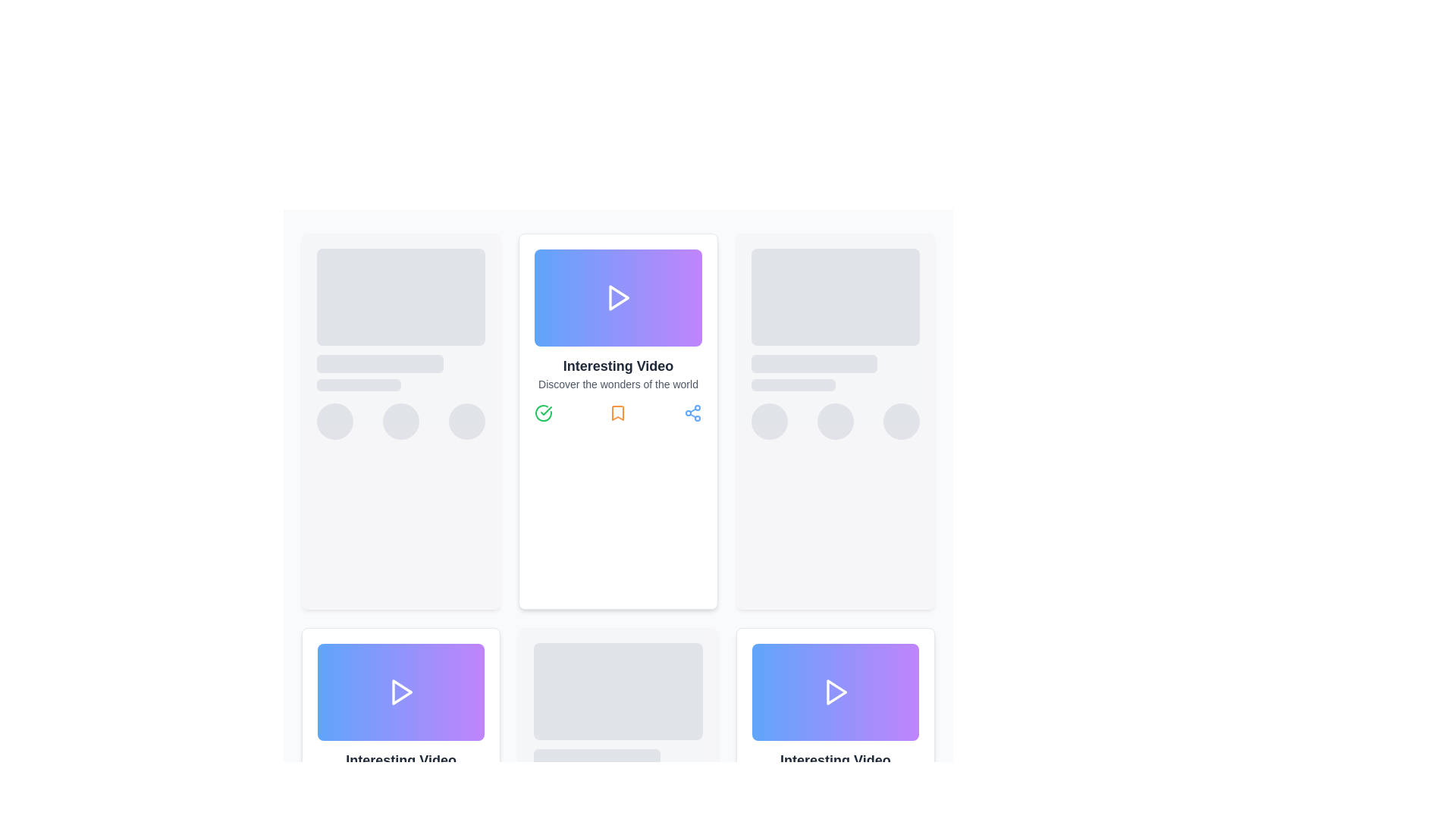 The width and height of the screenshot is (1456, 819). Describe the element at coordinates (401, 760) in the screenshot. I see `the heading text label displaying 'Interesting Video' in bold and large dark gray font to select it` at that location.